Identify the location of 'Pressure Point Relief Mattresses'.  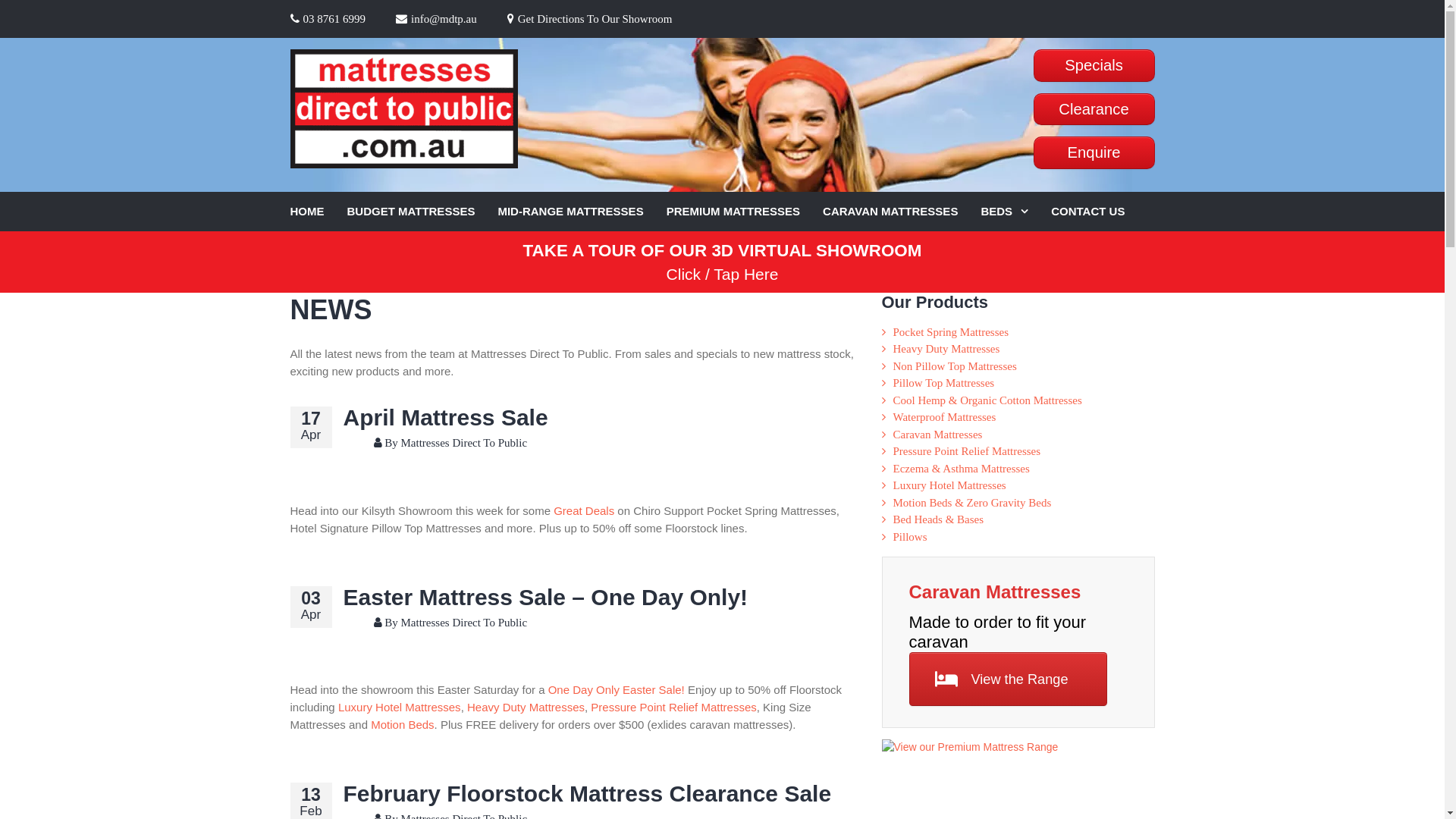
(893, 450).